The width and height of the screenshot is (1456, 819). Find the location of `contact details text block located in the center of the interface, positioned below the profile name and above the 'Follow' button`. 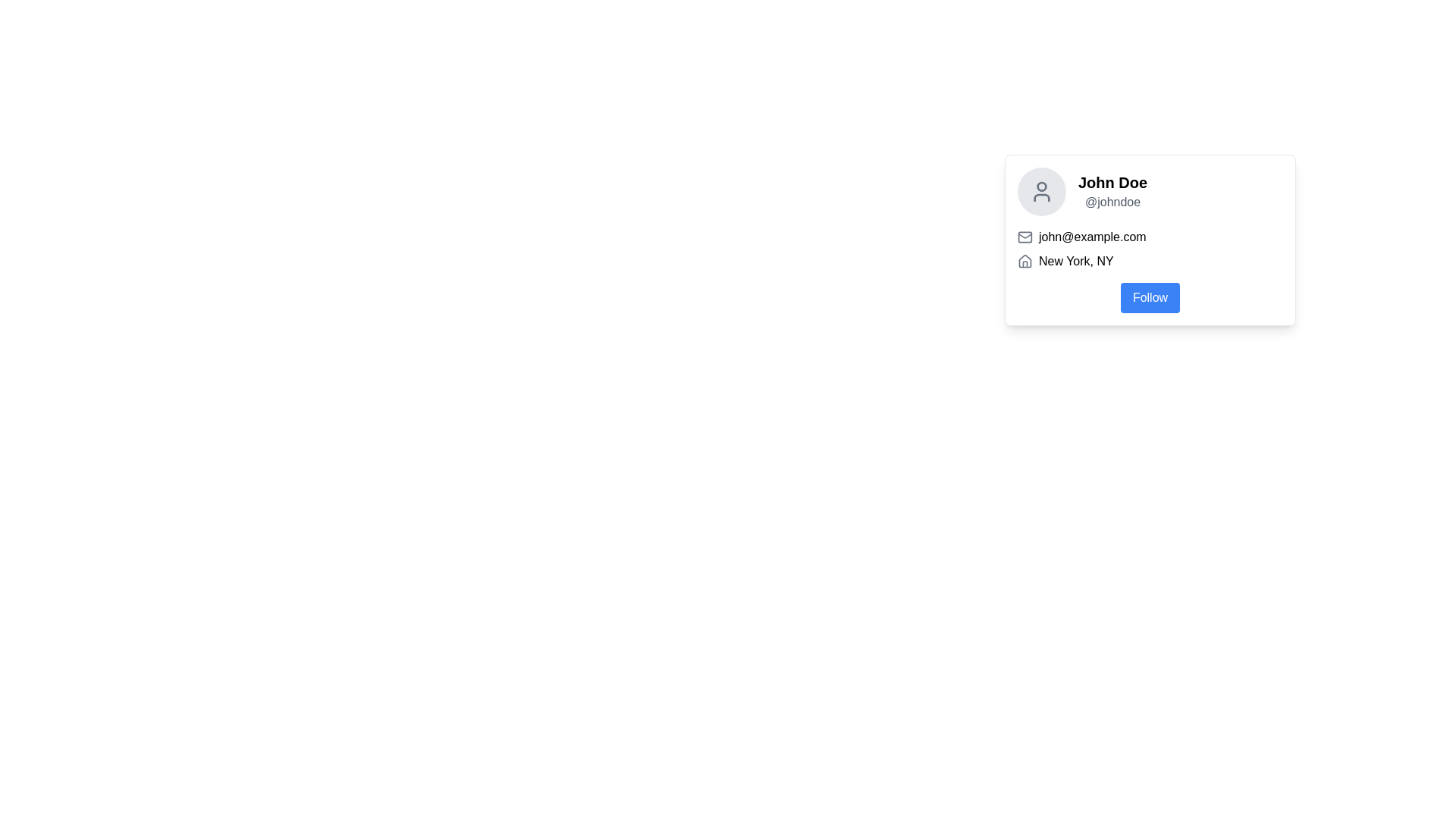

contact details text block located in the center of the interface, positioned below the profile name and above the 'Follow' button is located at coordinates (1150, 248).